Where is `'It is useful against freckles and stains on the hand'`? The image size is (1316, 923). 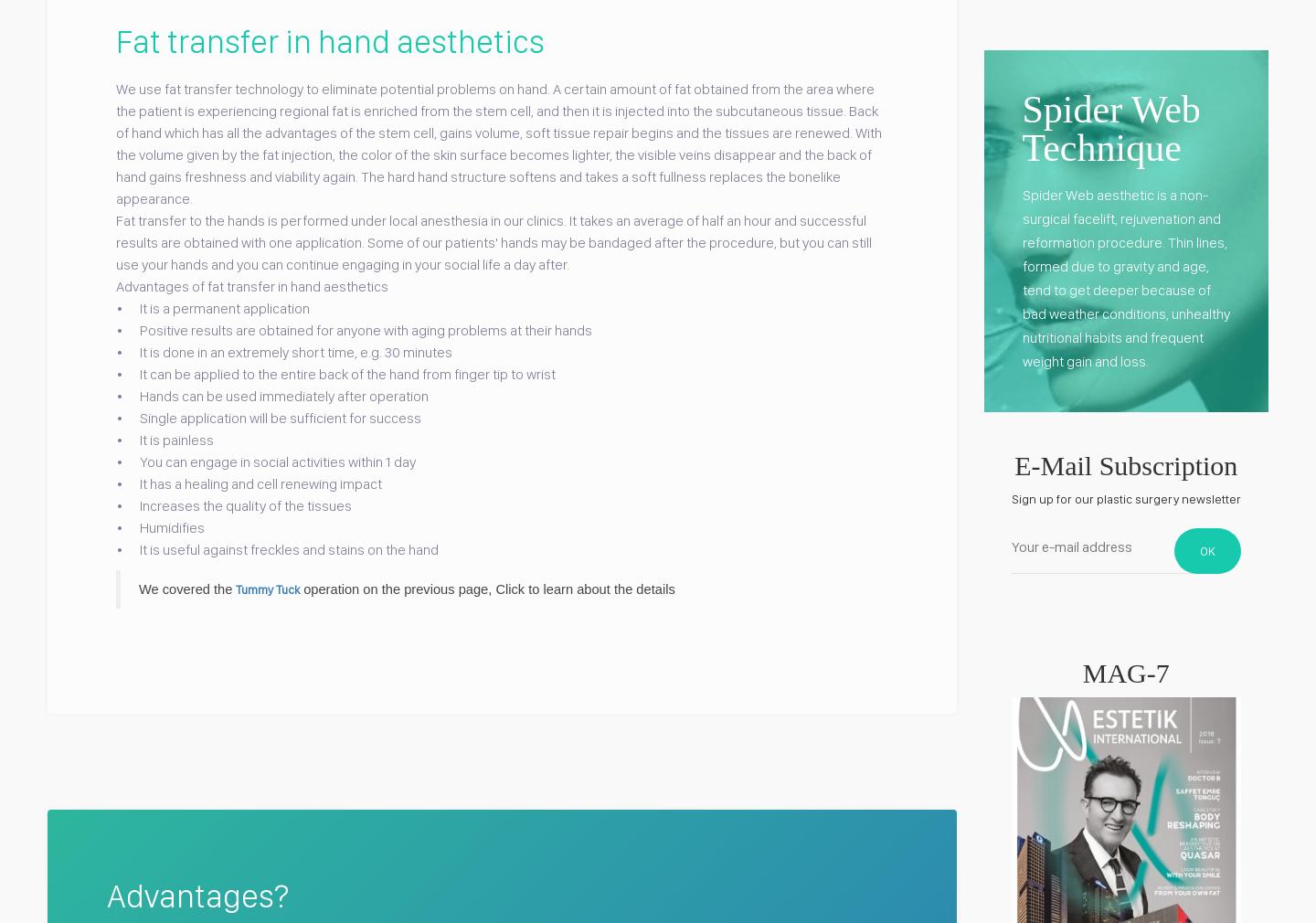 'It is useful against freckles and stains on the hand' is located at coordinates (282, 547).